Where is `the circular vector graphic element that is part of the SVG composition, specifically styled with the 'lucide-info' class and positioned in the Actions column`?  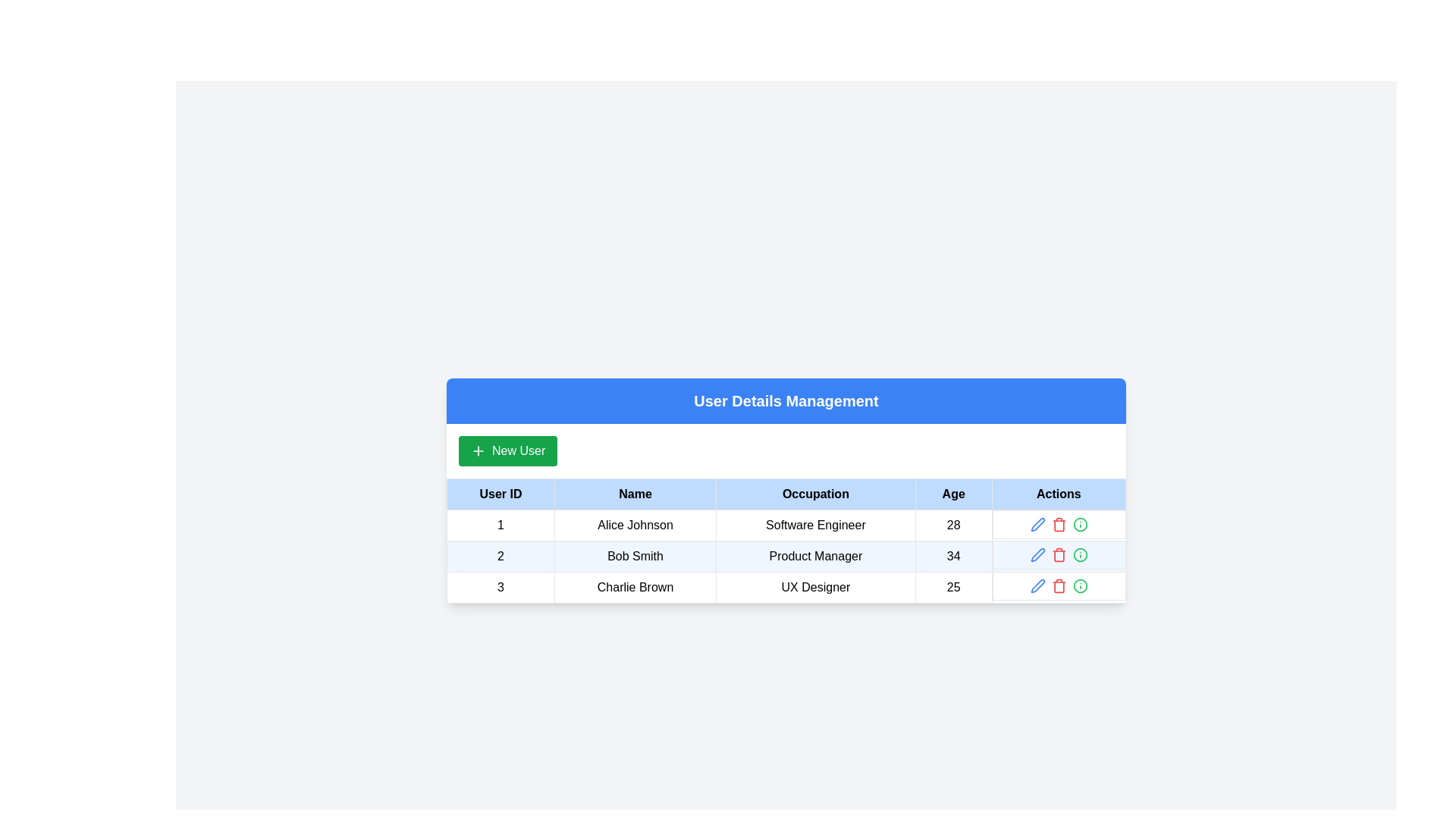 the circular vector graphic element that is part of the SVG composition, specifically styled with the 'lucide-info' class and positioned in the Actions column is located at coordinates (1079, 523).